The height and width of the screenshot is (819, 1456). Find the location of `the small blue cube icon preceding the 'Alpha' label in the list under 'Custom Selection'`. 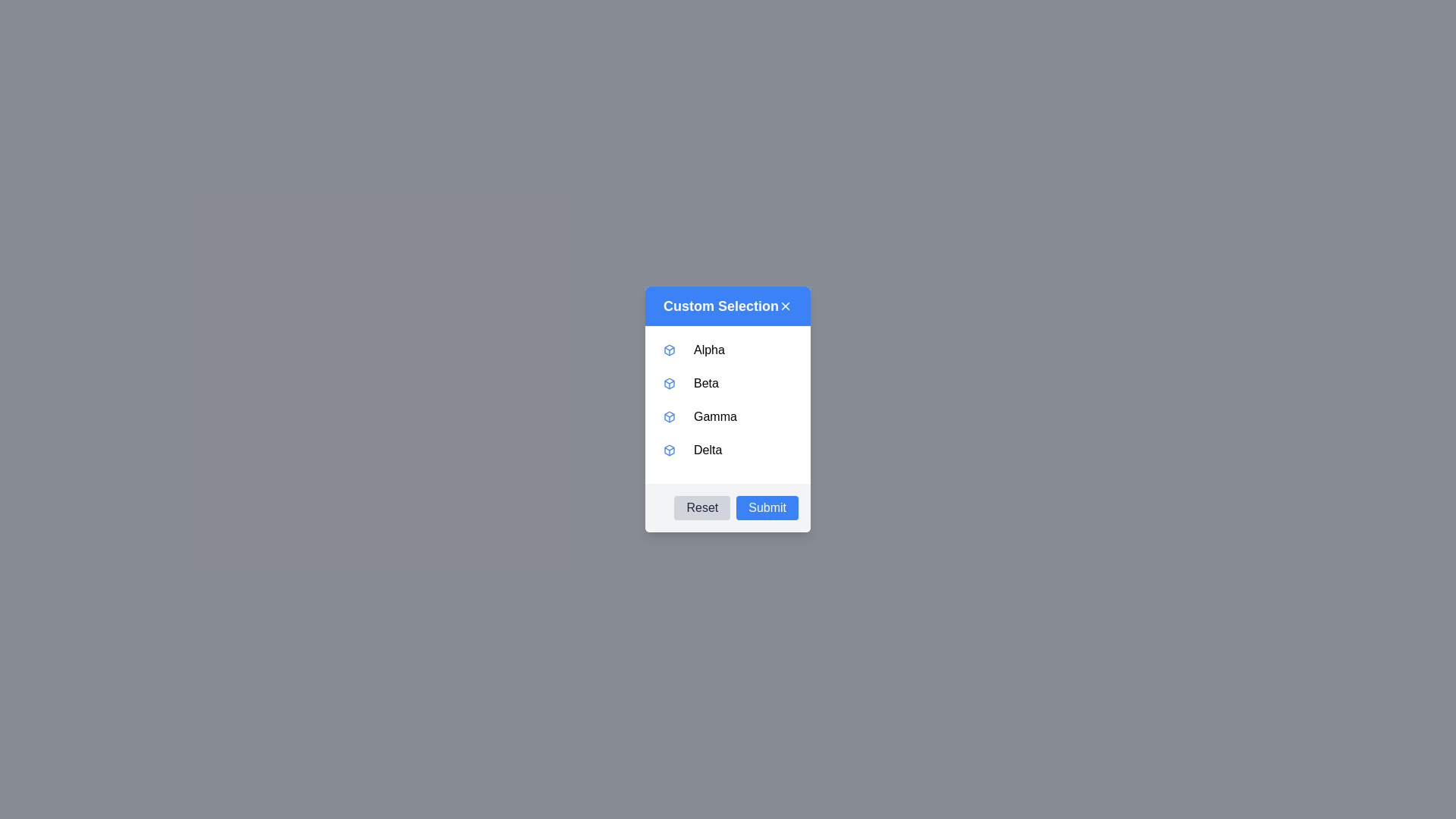

the small blue cube icon preceding the 'Alpha' label in the list under 'Custom Selection' is located at coordinates (669, 350).